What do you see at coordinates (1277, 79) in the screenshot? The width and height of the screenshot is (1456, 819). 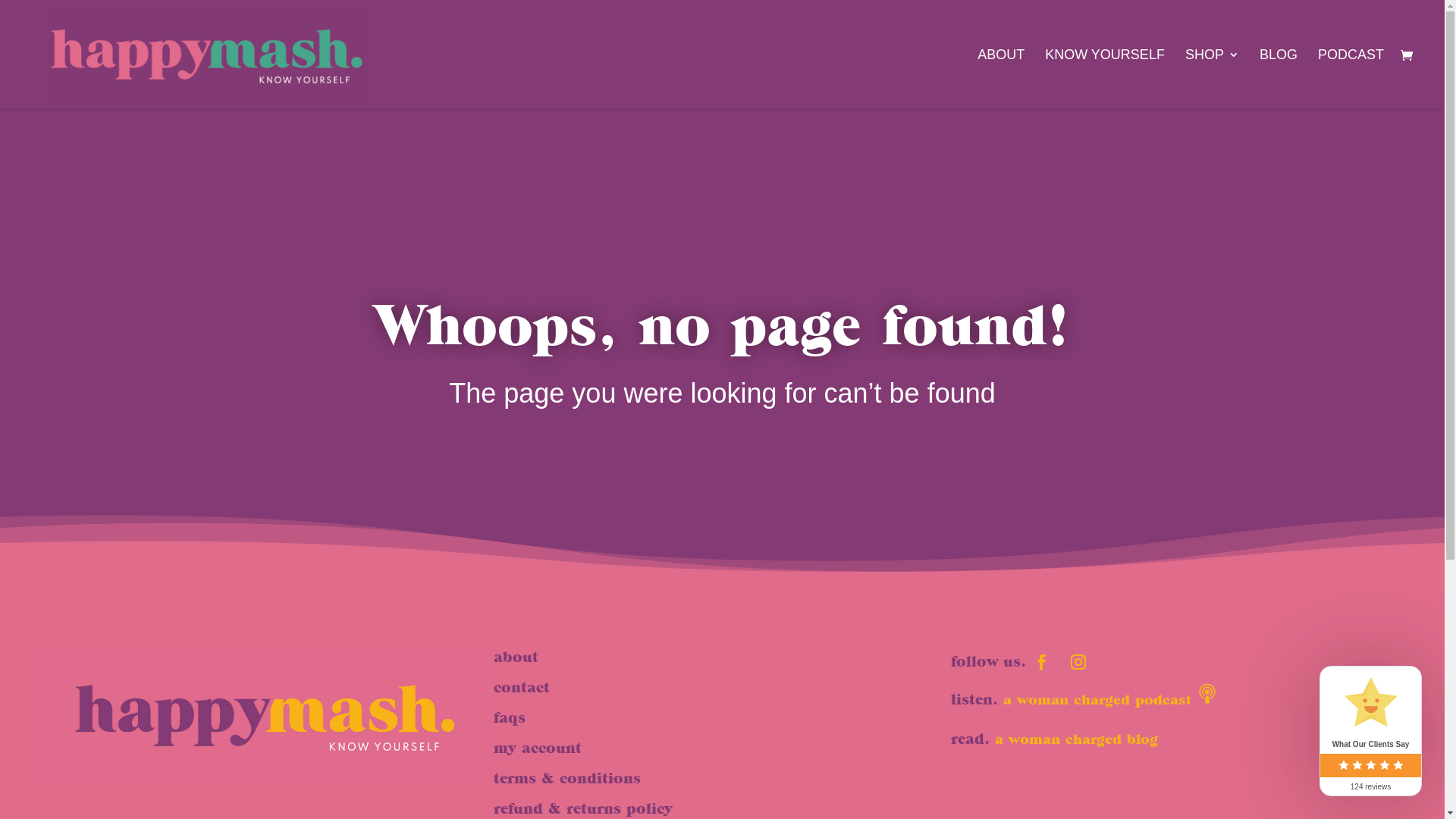 I see `'BLOG'` at bounding box center [1277, 79].